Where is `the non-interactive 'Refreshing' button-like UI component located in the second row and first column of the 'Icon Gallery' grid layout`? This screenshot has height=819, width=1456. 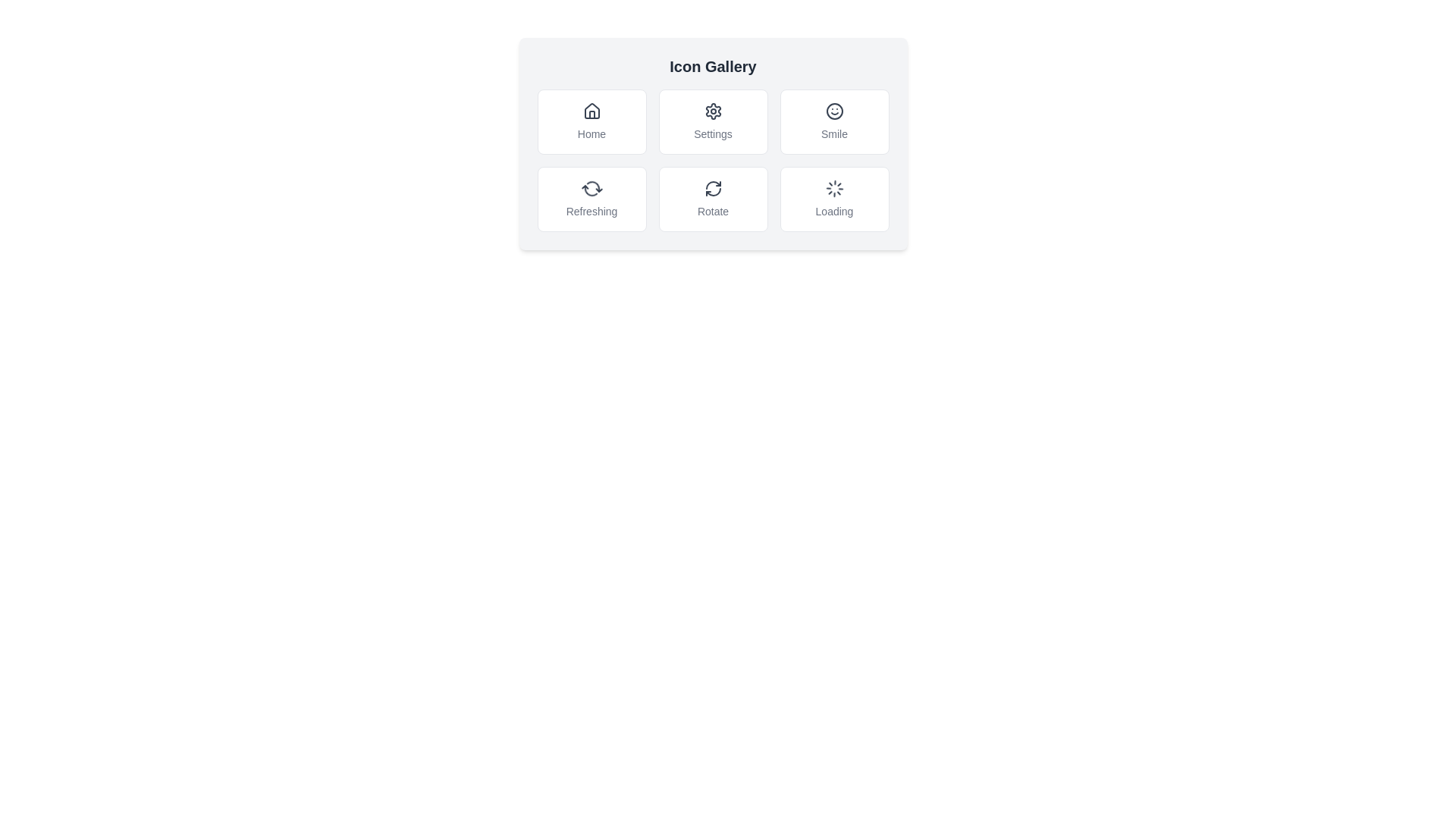
the non-interactive 'Refreshing' button-like UI component located in the second row and first column of the 'Icon Gallery' grid layout is located at coordinates (591, 198).